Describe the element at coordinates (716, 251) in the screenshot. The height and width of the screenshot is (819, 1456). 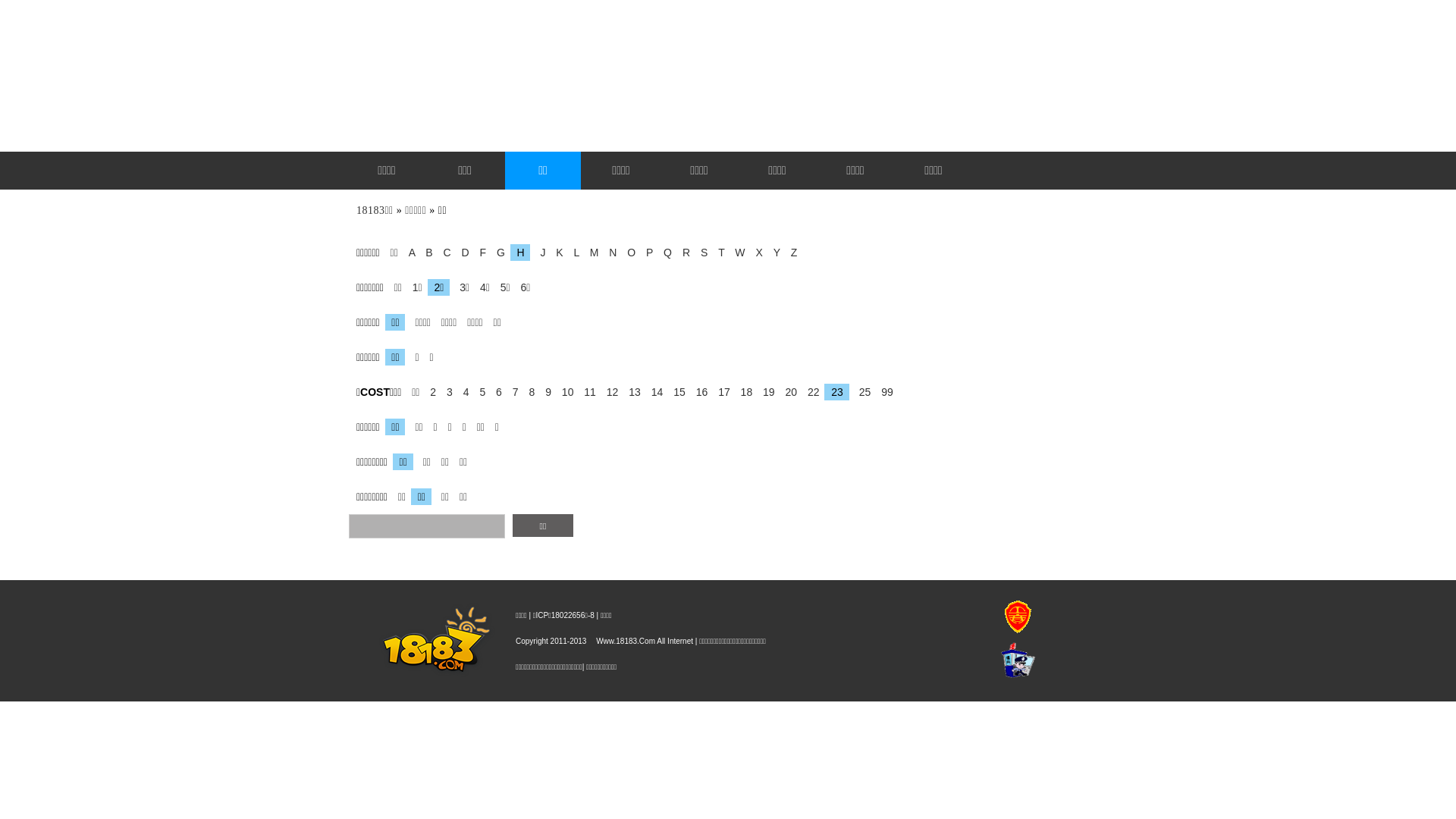
I see `'T'` at that location.